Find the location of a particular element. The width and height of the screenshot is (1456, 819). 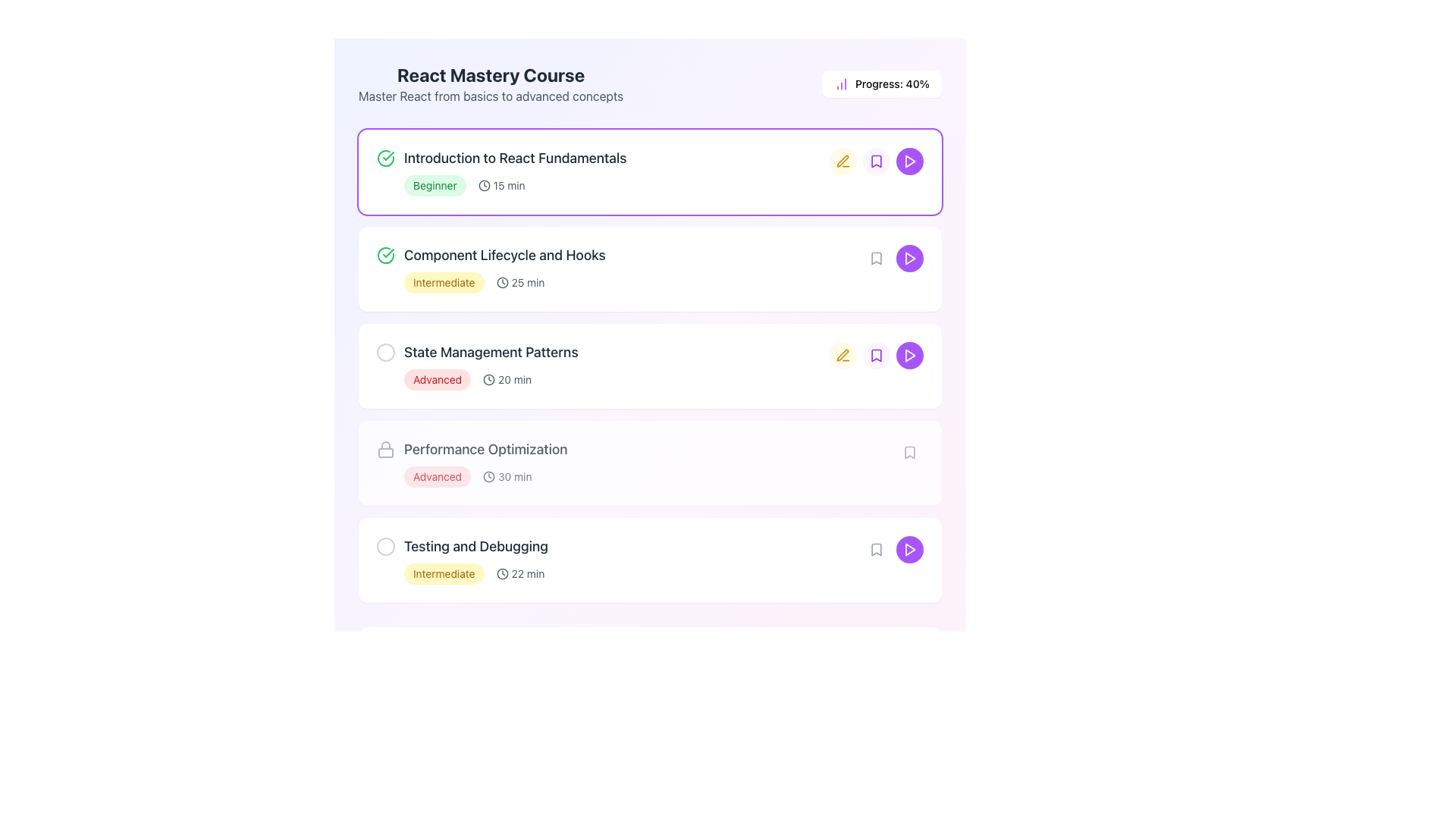

title text of the course module located in the third item of the vertical list, positioned to the right of a circular marker is located at coordinates (491, 353).